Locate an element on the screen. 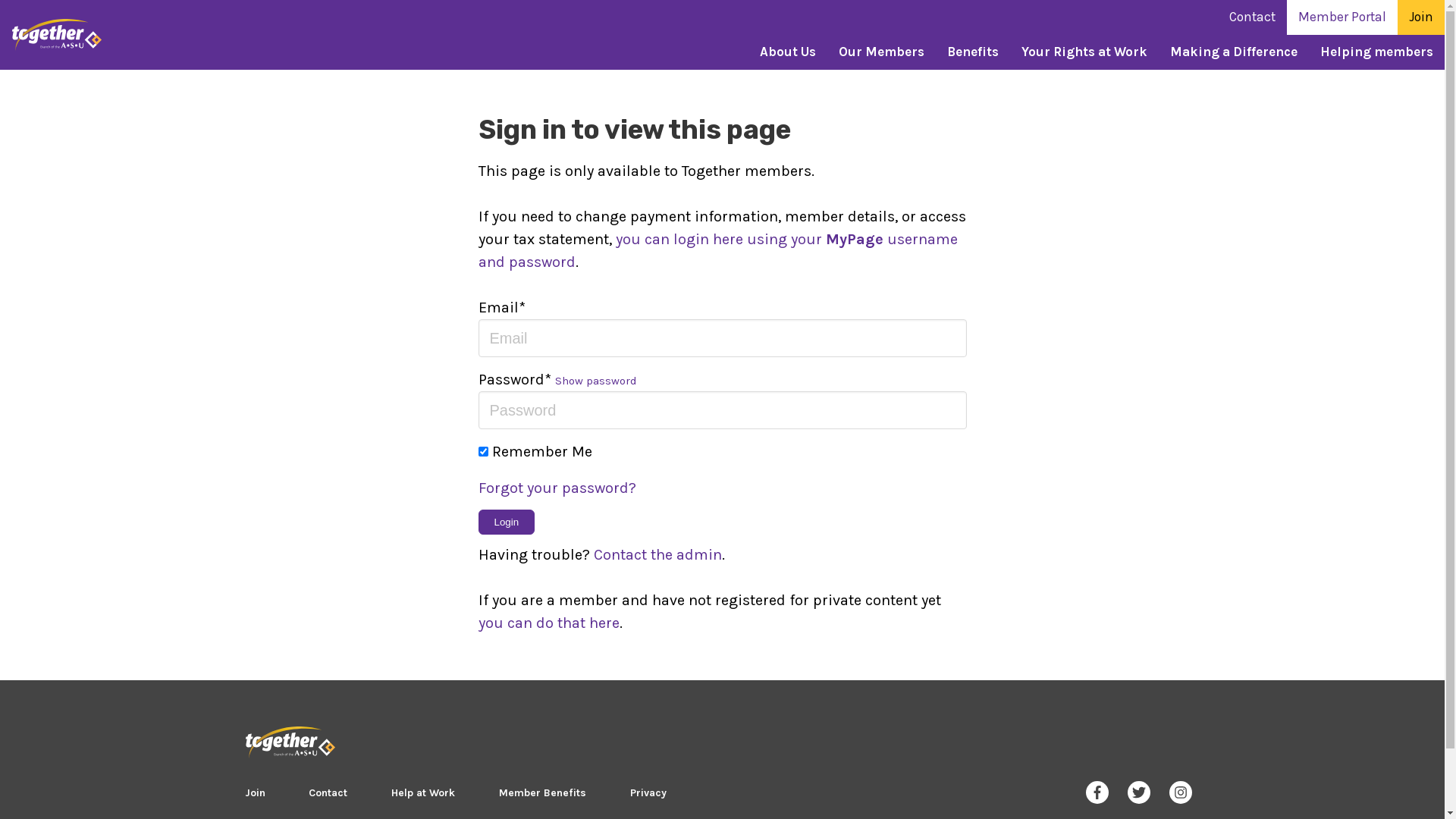 Image resolution: width=1456 pixels, height=819 pixels. 'Join' is located at coordinates (254, 792).